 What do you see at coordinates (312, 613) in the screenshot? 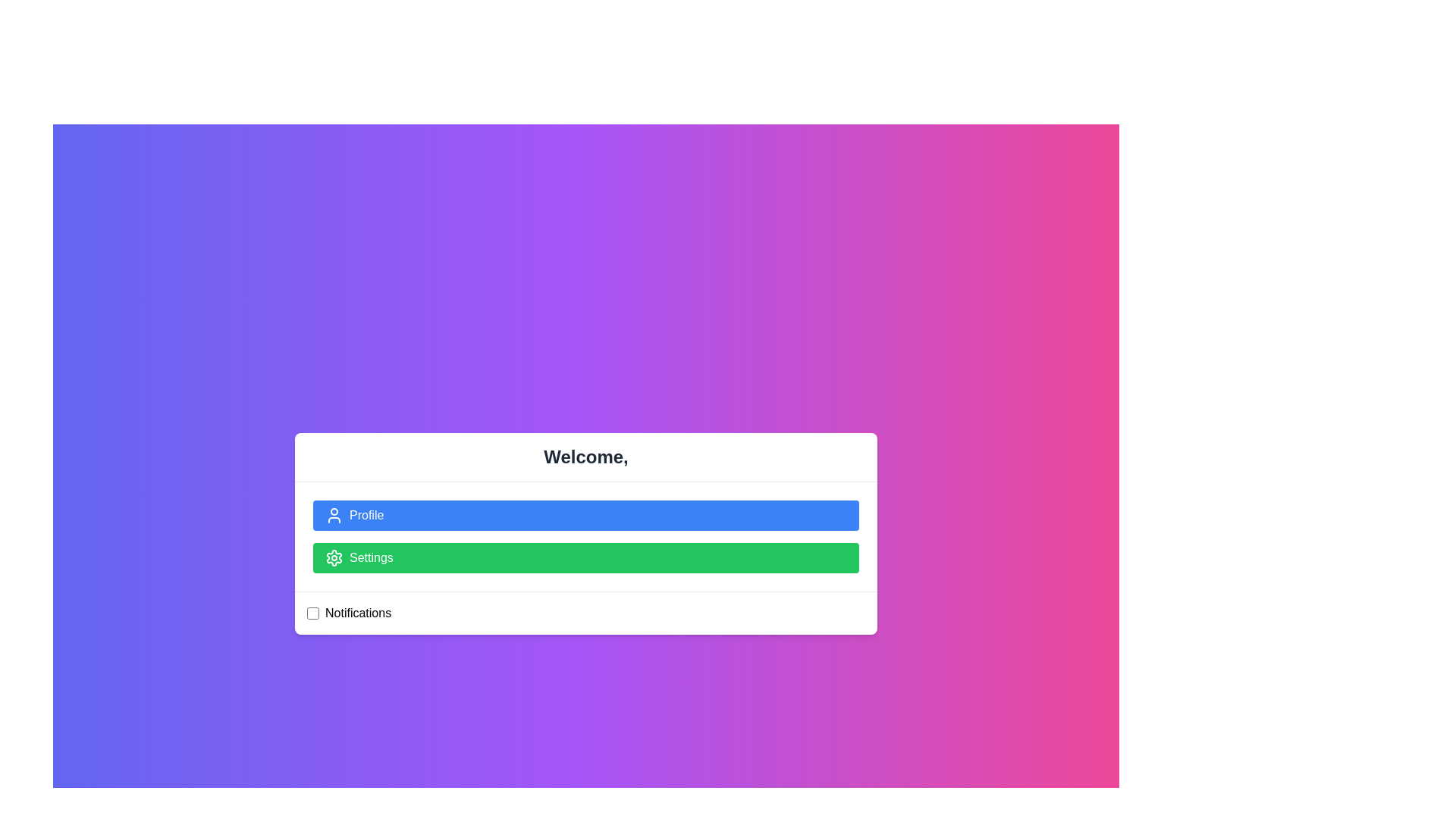
I see `the checkbox located to the left of the 'Notifications' text` at bounding box center [312, 613].